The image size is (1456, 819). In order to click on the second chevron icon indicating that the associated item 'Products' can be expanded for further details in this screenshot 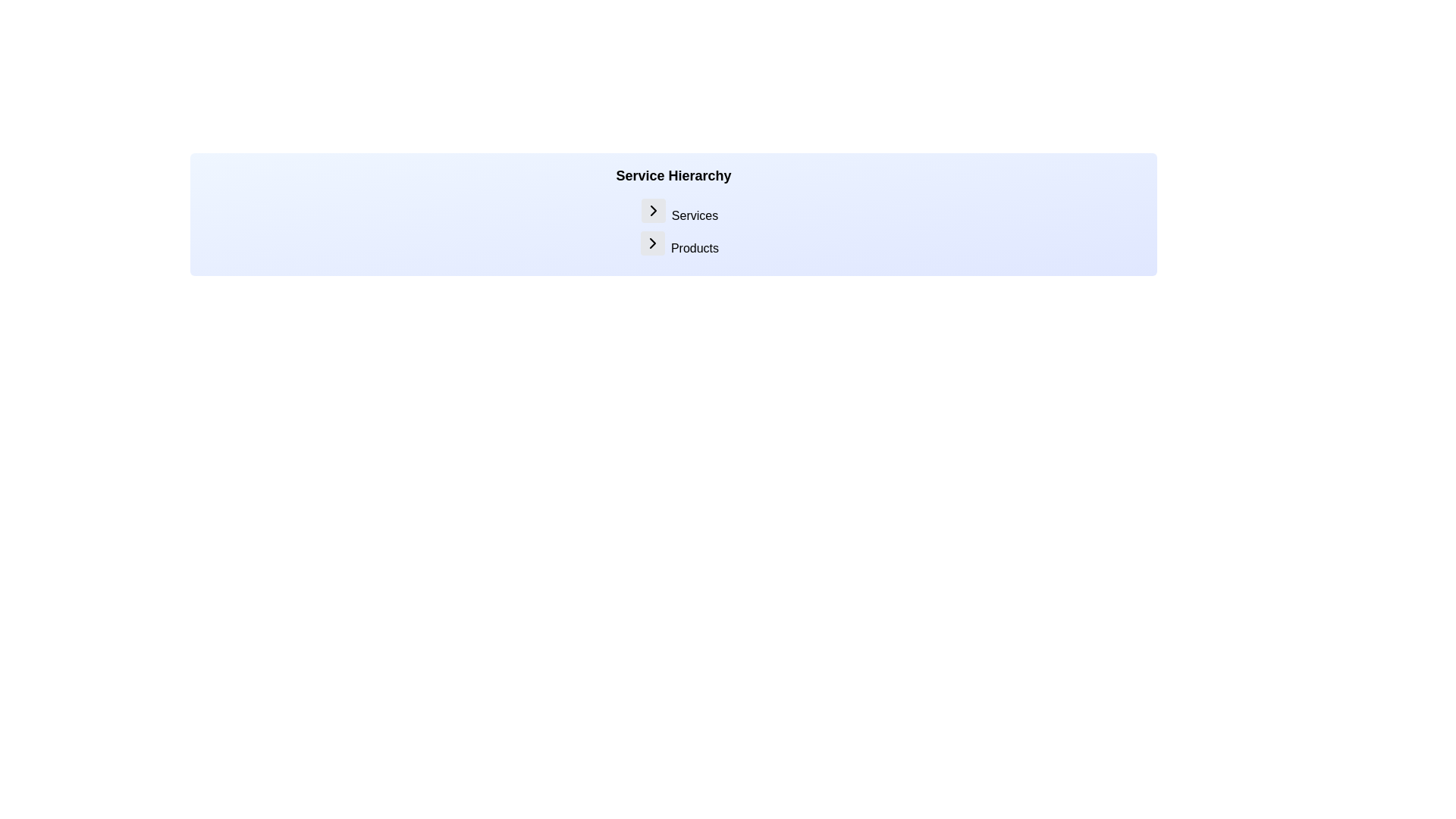, I will do `click(652, 242)`.